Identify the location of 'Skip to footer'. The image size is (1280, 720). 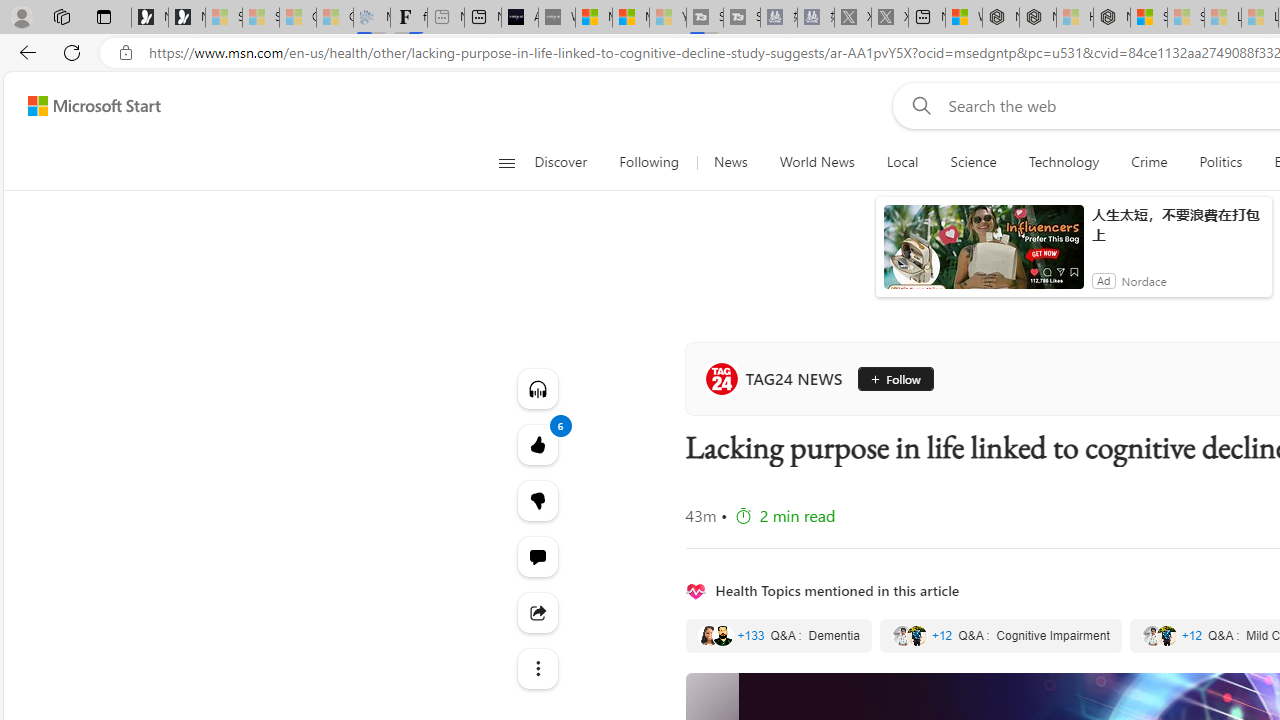
(81, 105).